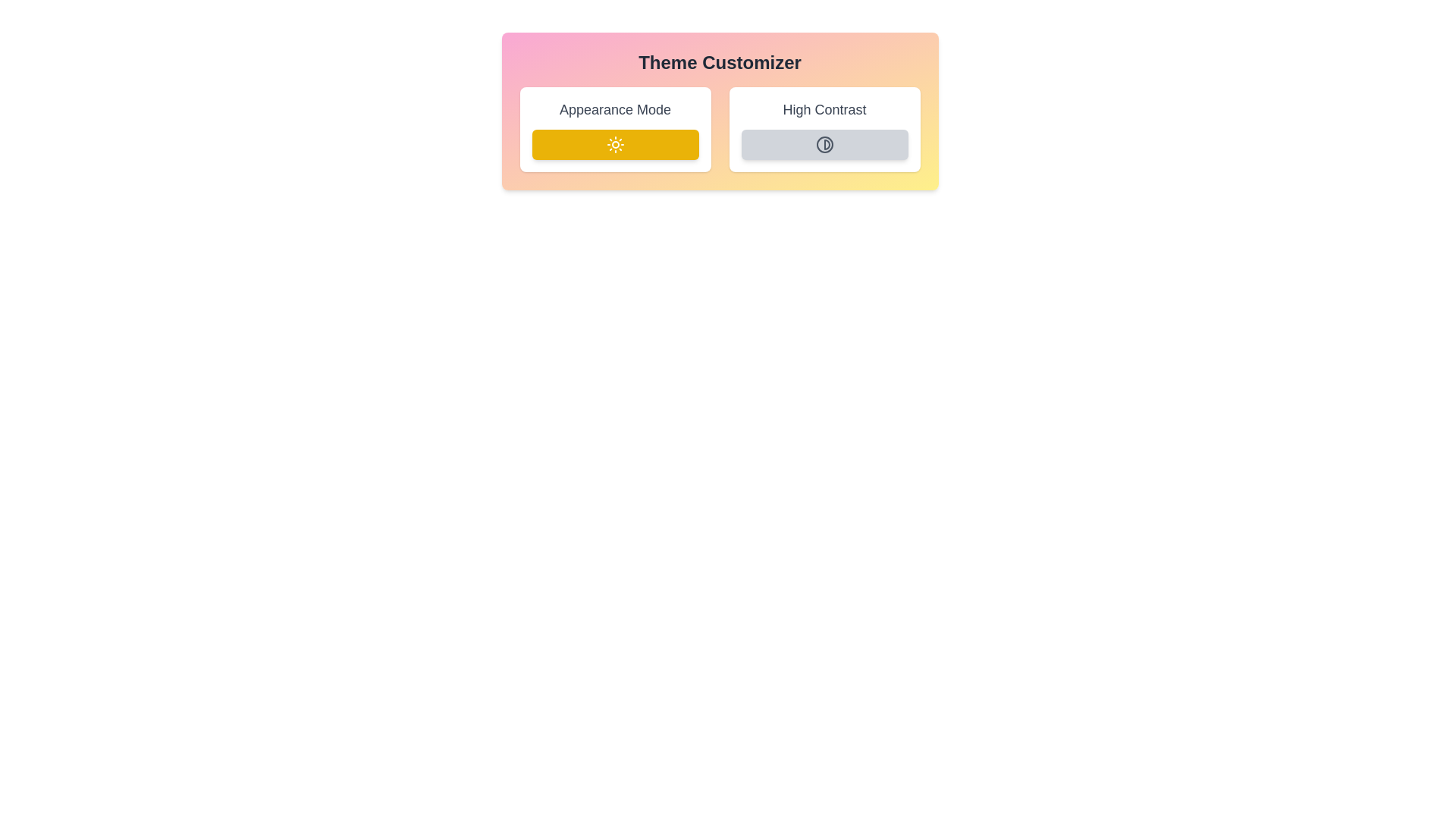 Image resolution: width=1456 pixels, height=819 pixels. Describe the element at coordinates (615, 145) in the screenshot. I see `the 'Appearance Mode' button to toggle its state` at that location.